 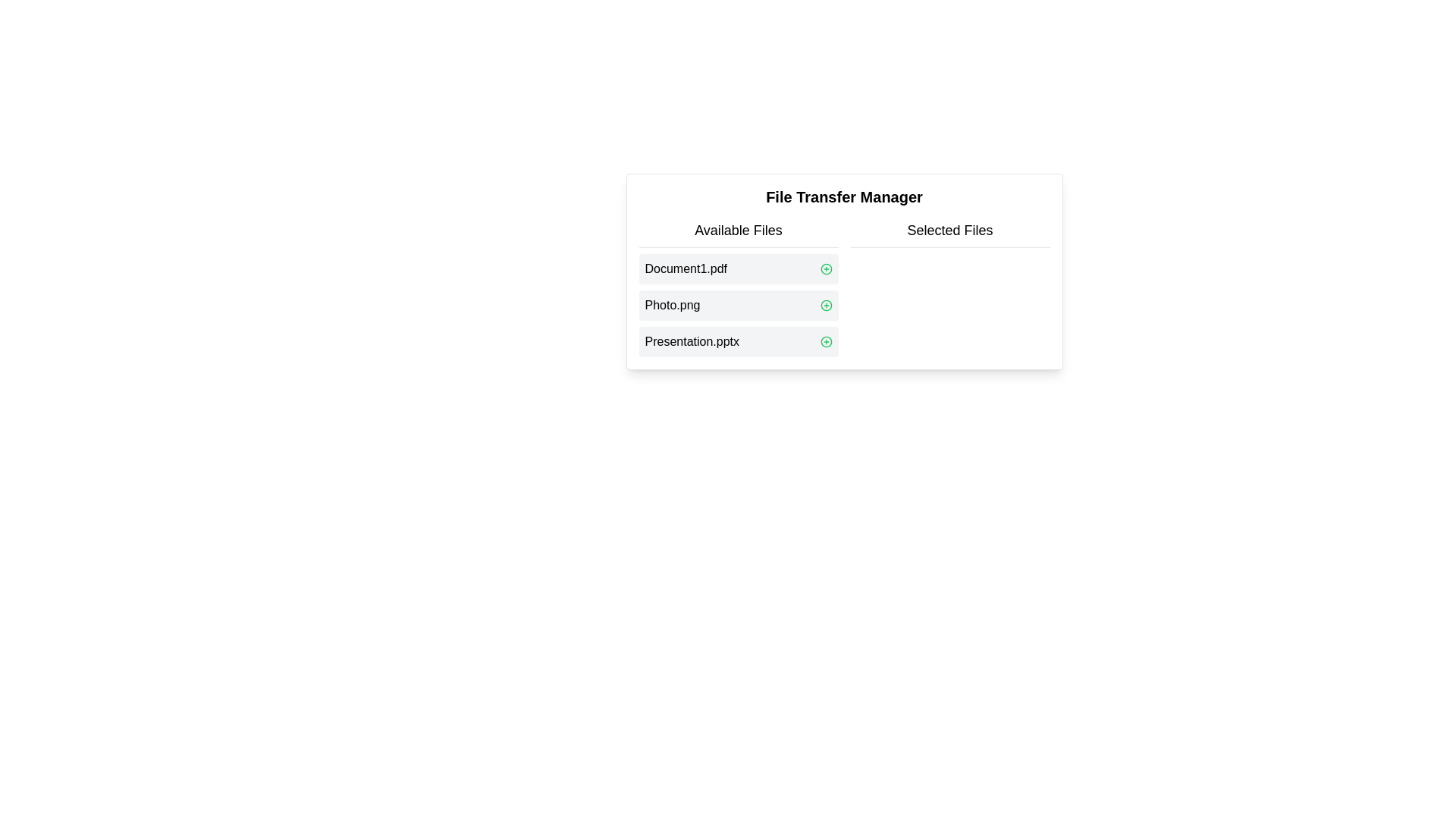 What do you see at coordinates (739, 305) in the screenshot?
I see `the 'Photo.png' file entry in the 'Available Files' section` at bounding box center [739, 305].